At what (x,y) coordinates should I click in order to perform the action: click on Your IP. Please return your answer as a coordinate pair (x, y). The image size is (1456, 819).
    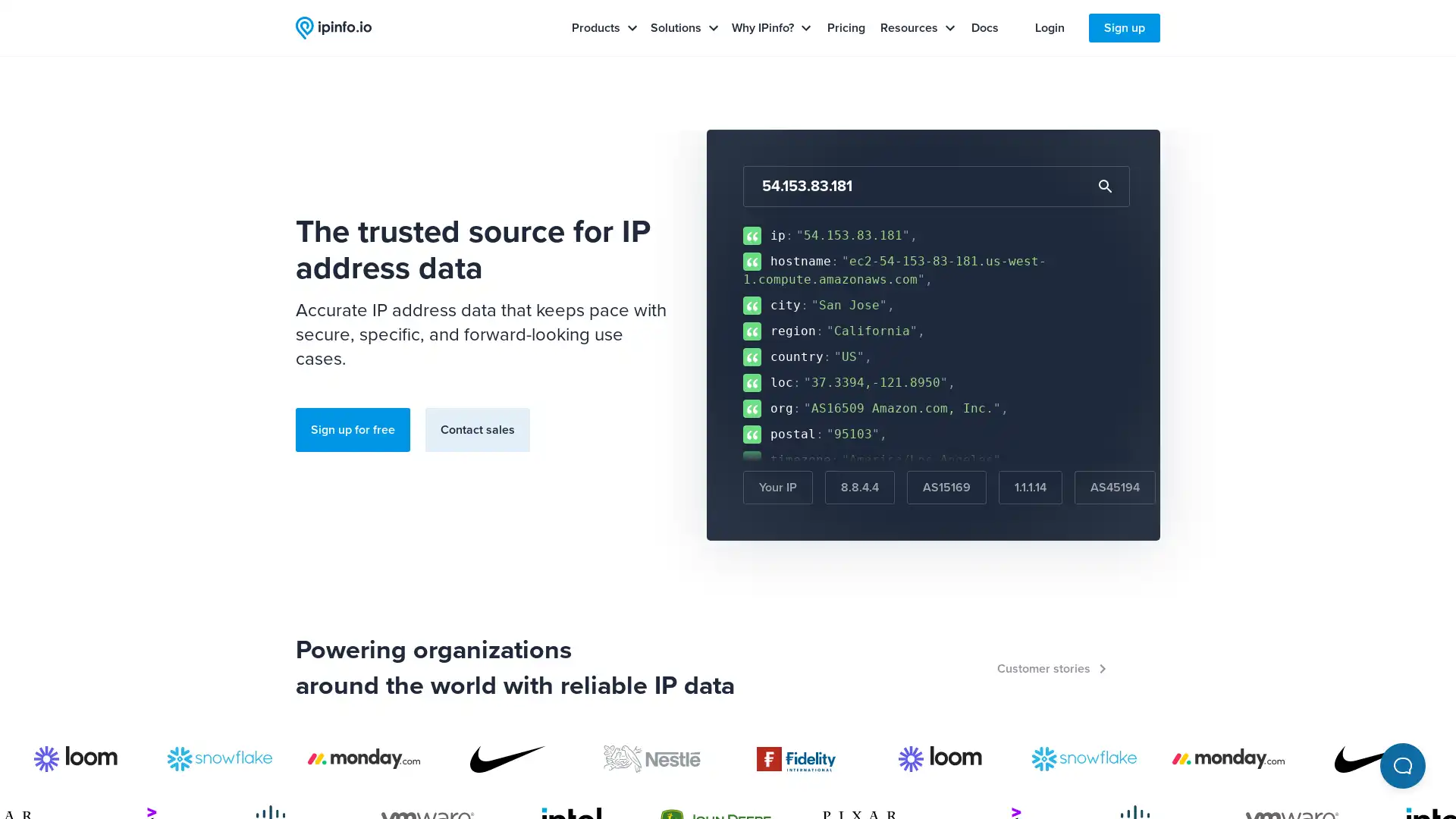
    Looking at the image, I should click on (778, 488).